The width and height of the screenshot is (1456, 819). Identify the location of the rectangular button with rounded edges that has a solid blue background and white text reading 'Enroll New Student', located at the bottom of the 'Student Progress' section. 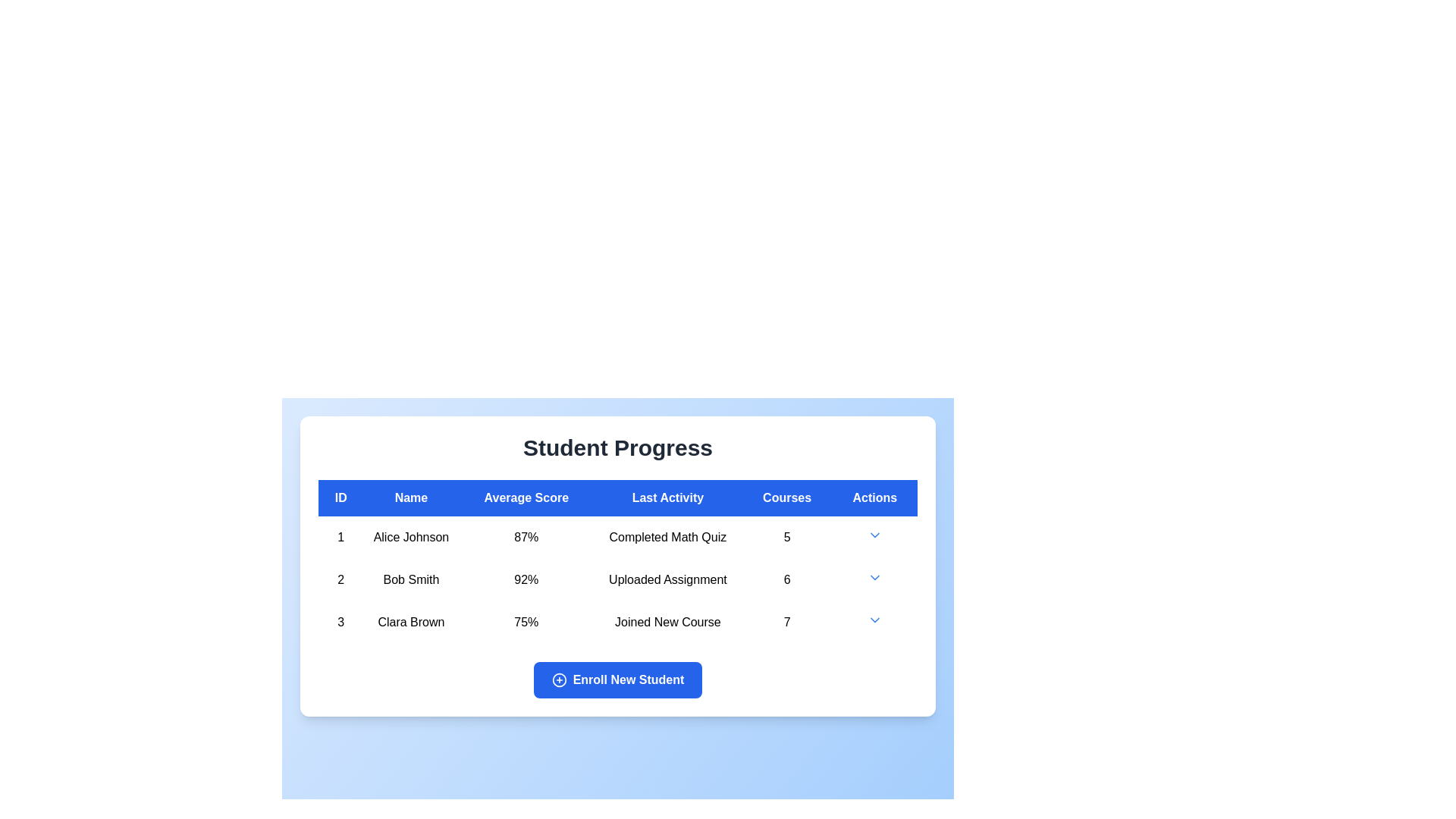
(618, 679).